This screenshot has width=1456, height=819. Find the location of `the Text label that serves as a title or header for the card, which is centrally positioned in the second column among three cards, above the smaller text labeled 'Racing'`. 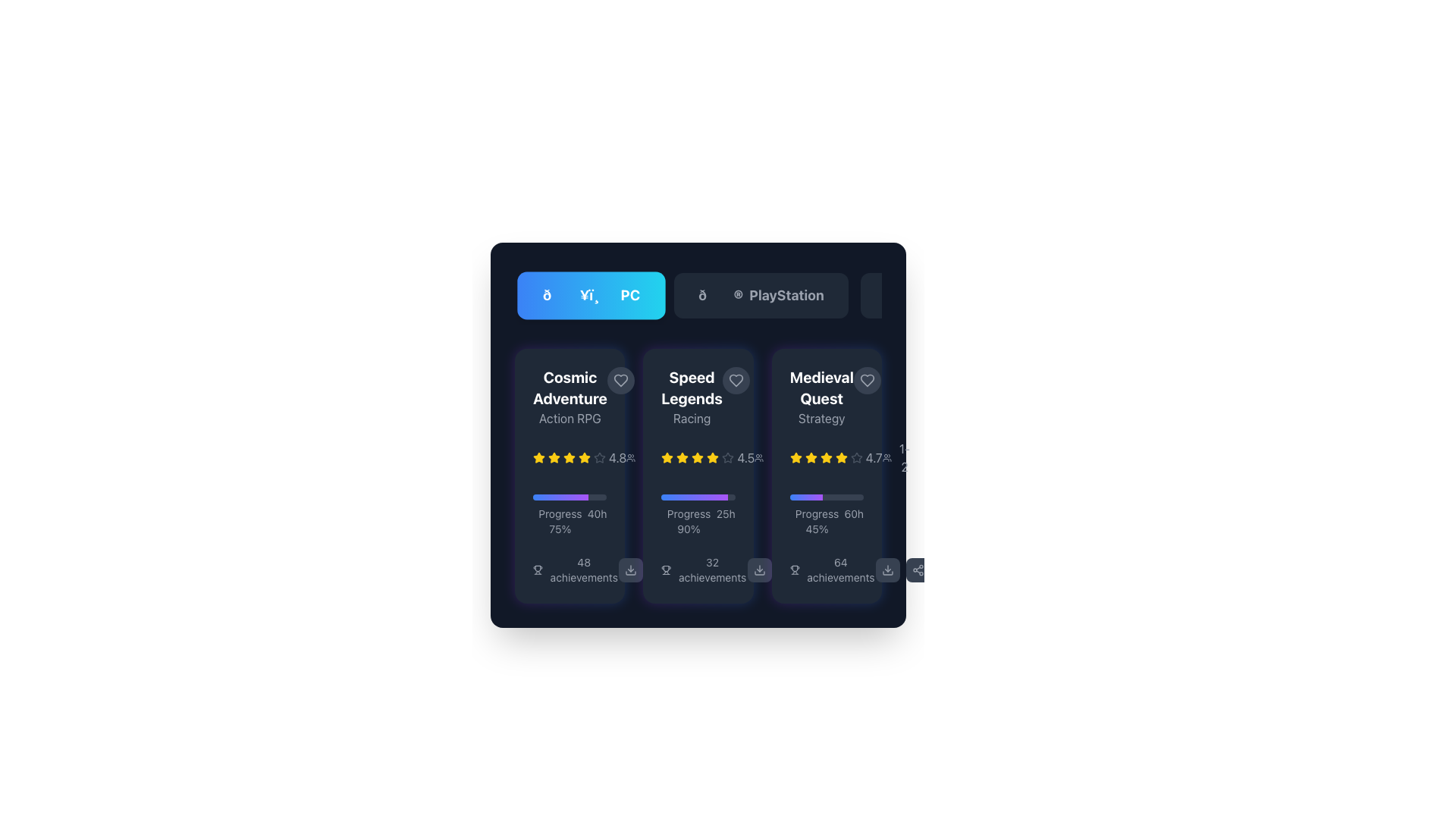

the Text label that serves as a title or header for the card, which is centrally positioned in the second column among three cards, above the smaller text labeled 'Racing' is located at coordinates (691, 388).